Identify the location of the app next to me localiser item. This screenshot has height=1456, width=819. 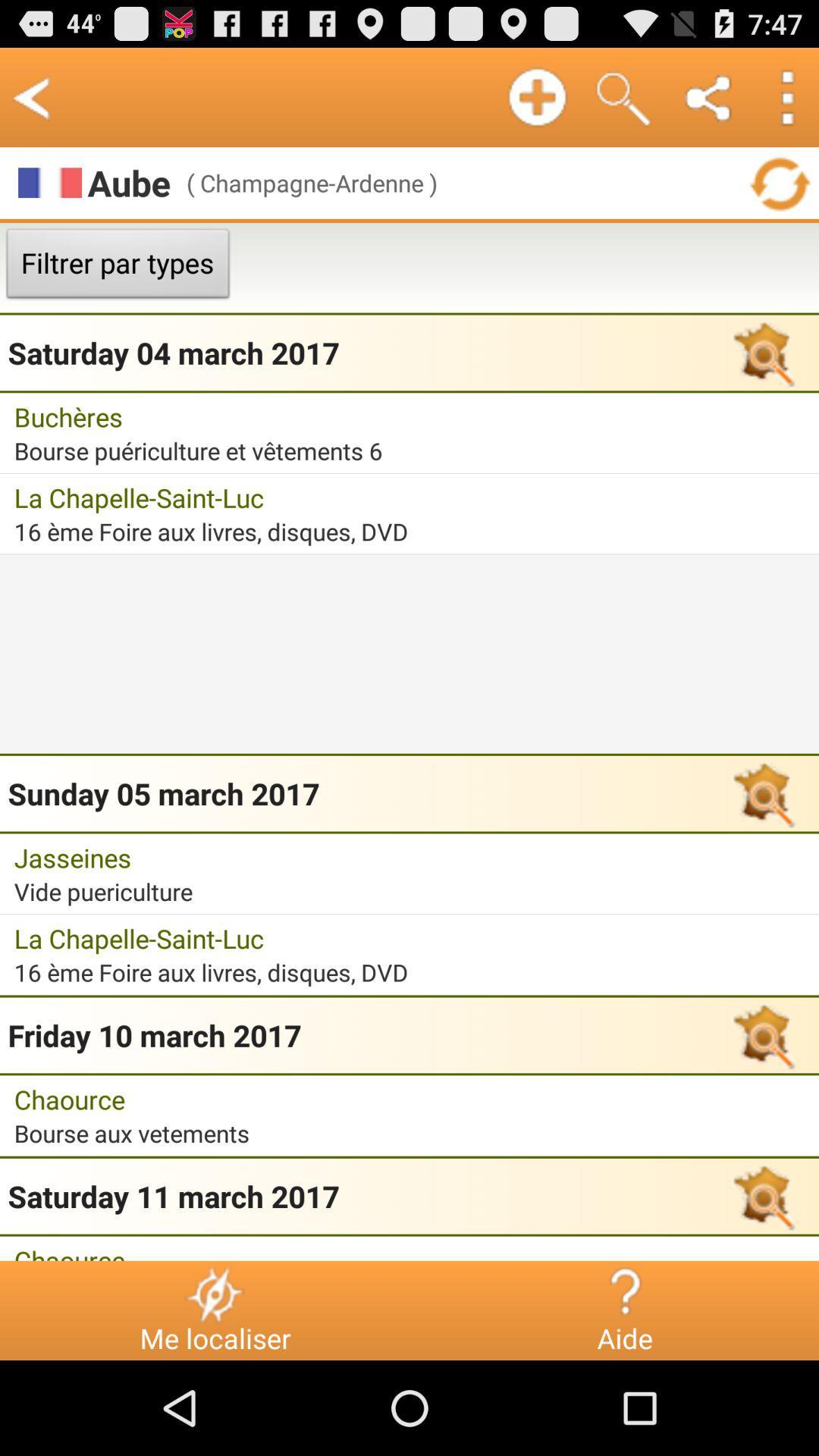
(624, 1293).